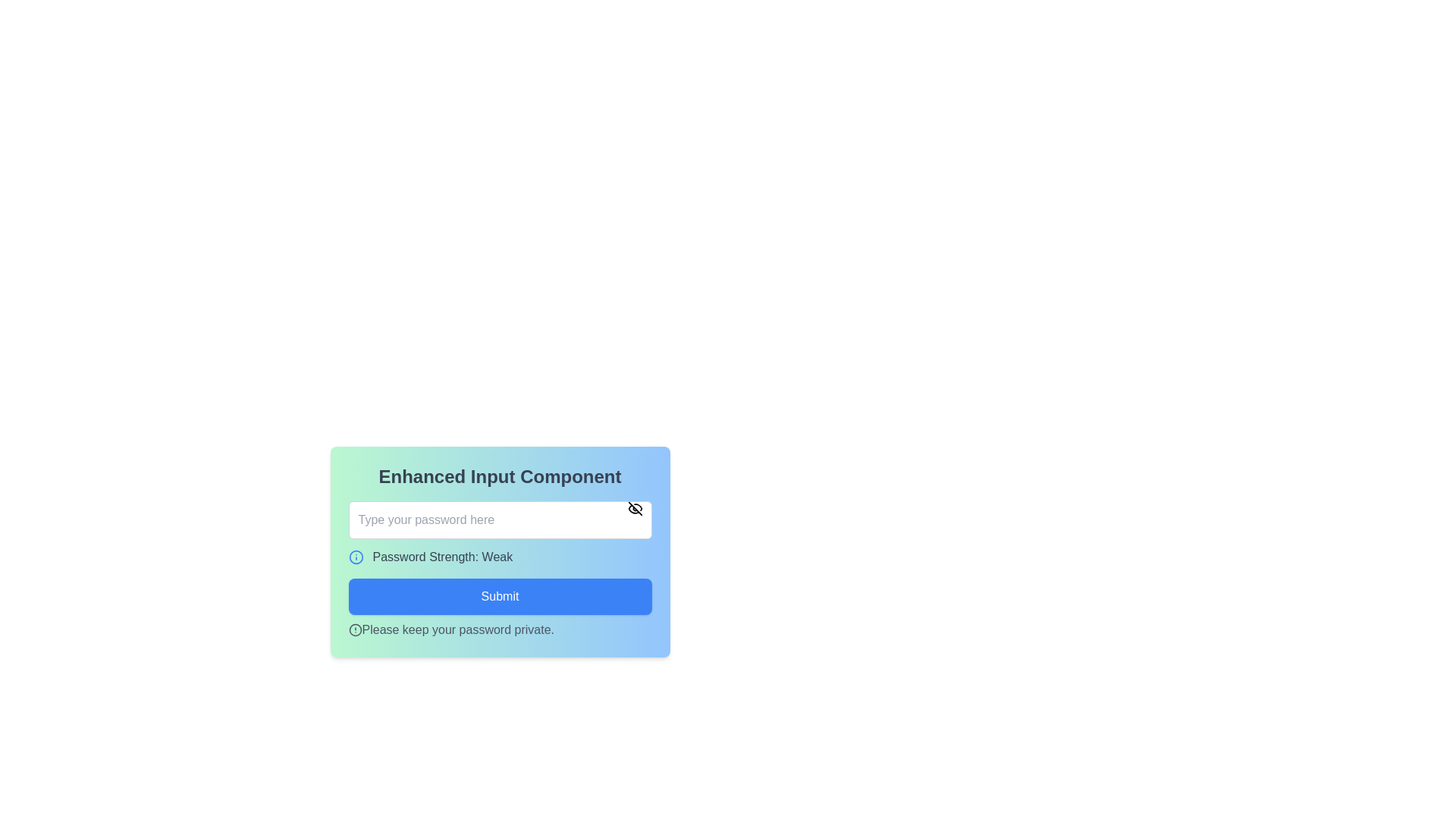 Image resolution: width=1456 pixels, height=819 pixels. What do you see at coordinates (500, 595) in the screenshot?
I see `the submit button located within the 'Enhanced Input Component', positioned below the 'Password Strength: Weak' label` at bounding box center [500, 595].